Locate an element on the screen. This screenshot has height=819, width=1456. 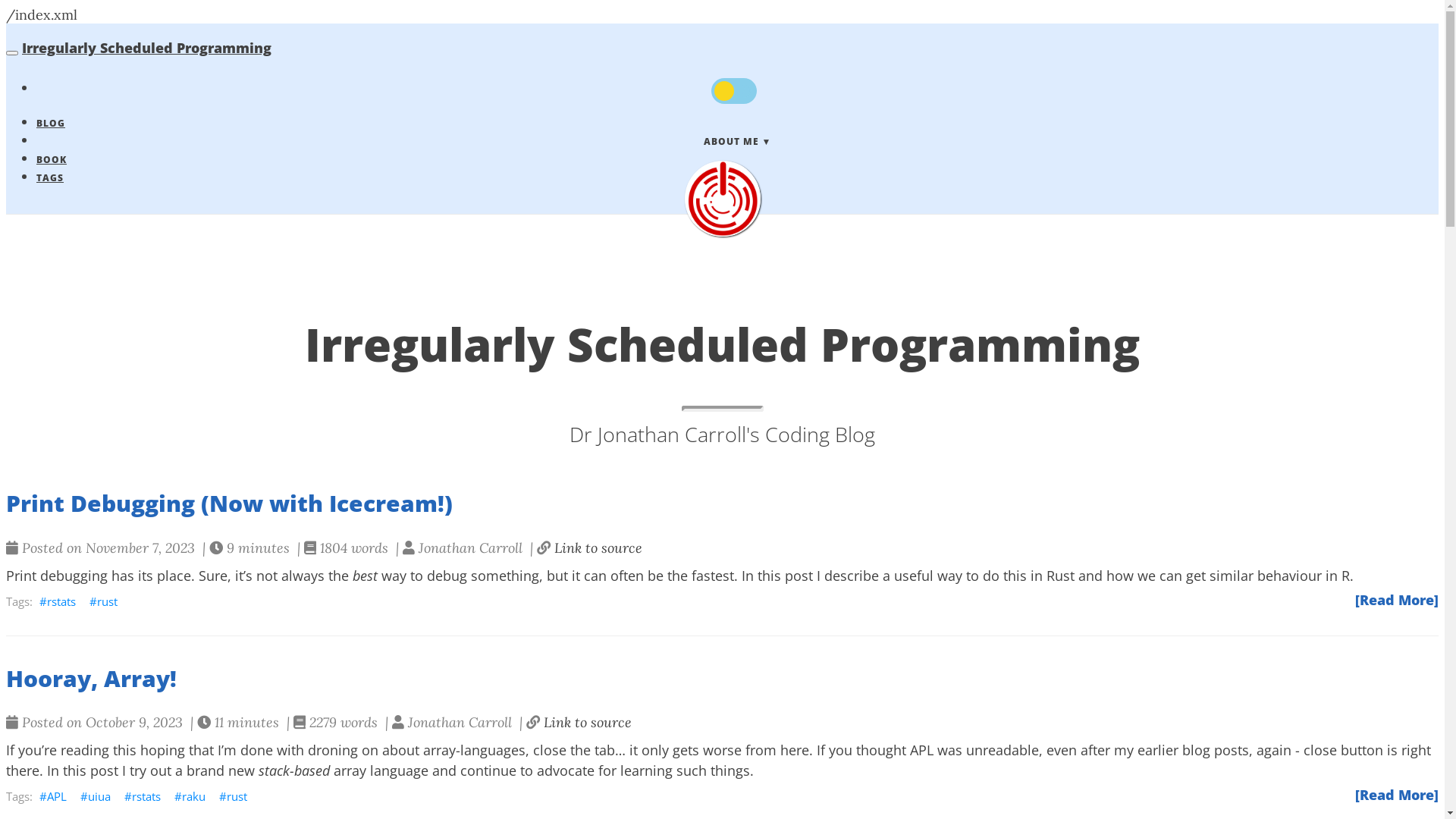
'rstats' is located at coordinates (58, 601).